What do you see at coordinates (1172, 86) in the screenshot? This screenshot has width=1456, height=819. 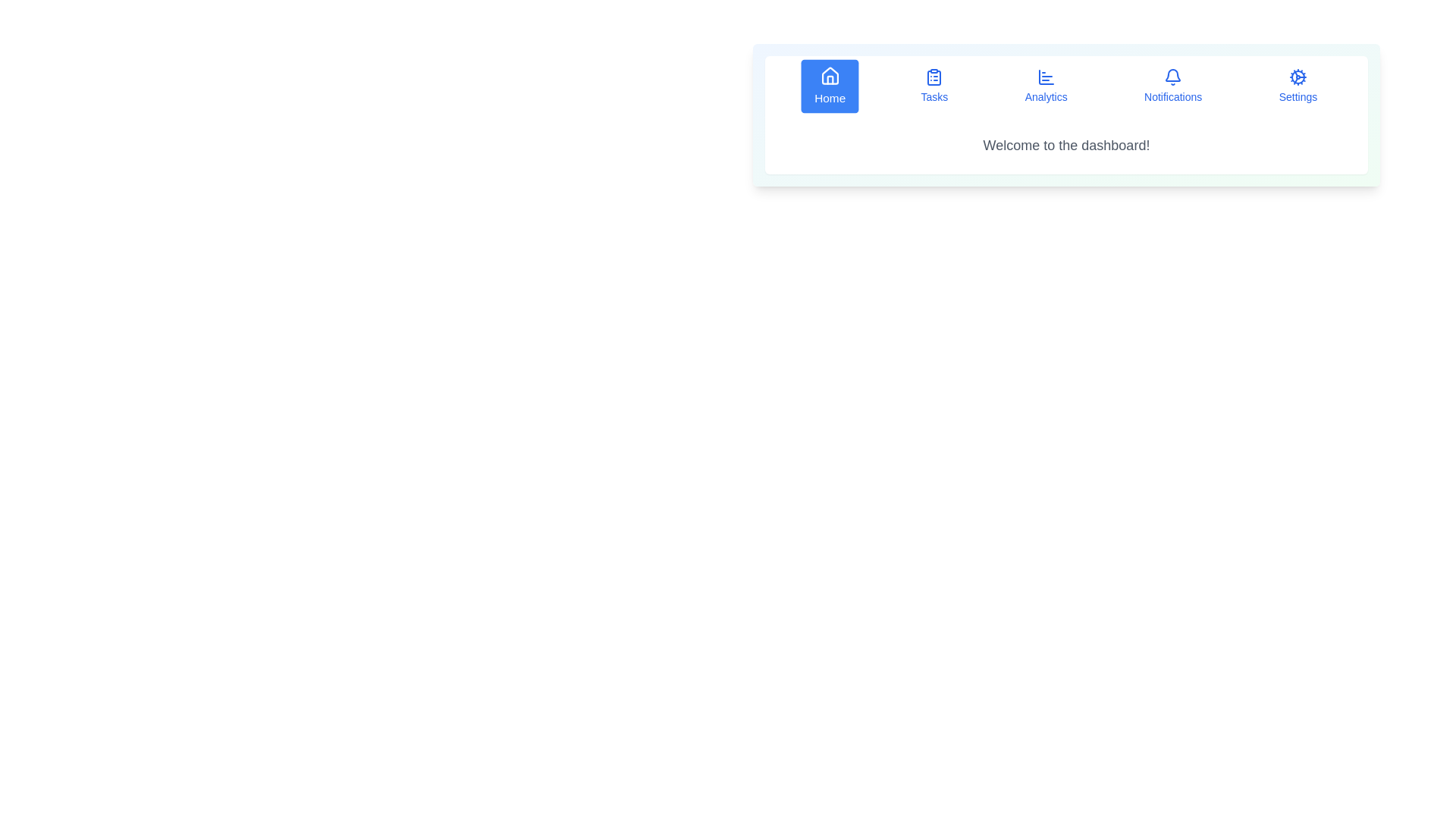 I see `the Notifications button` at bounding box center [1172, 86].